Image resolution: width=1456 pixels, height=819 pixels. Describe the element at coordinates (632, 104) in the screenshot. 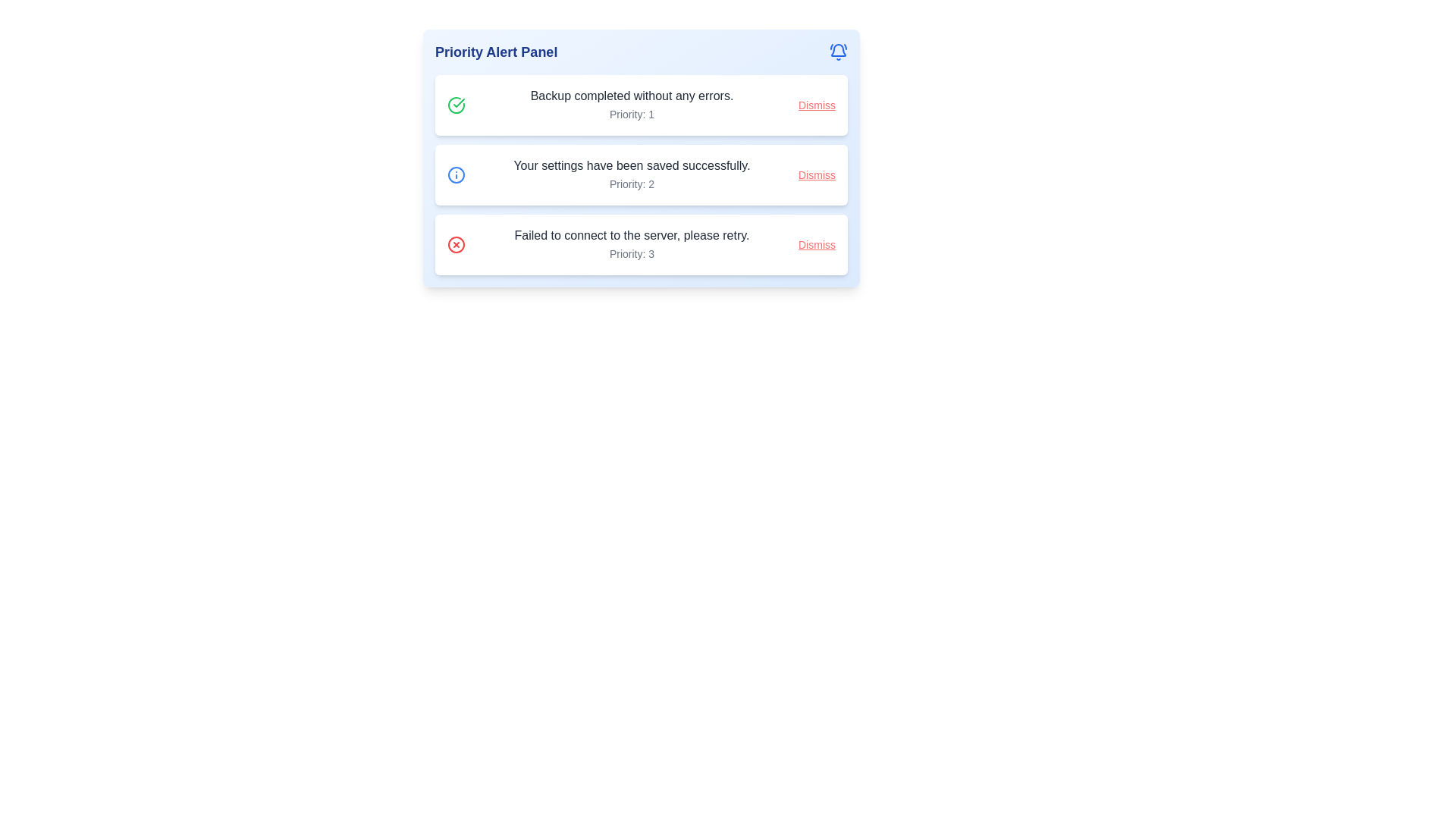

I see `the text block displaying 'Backup completed without any errors.' and 'Priority: 1'` at that location.